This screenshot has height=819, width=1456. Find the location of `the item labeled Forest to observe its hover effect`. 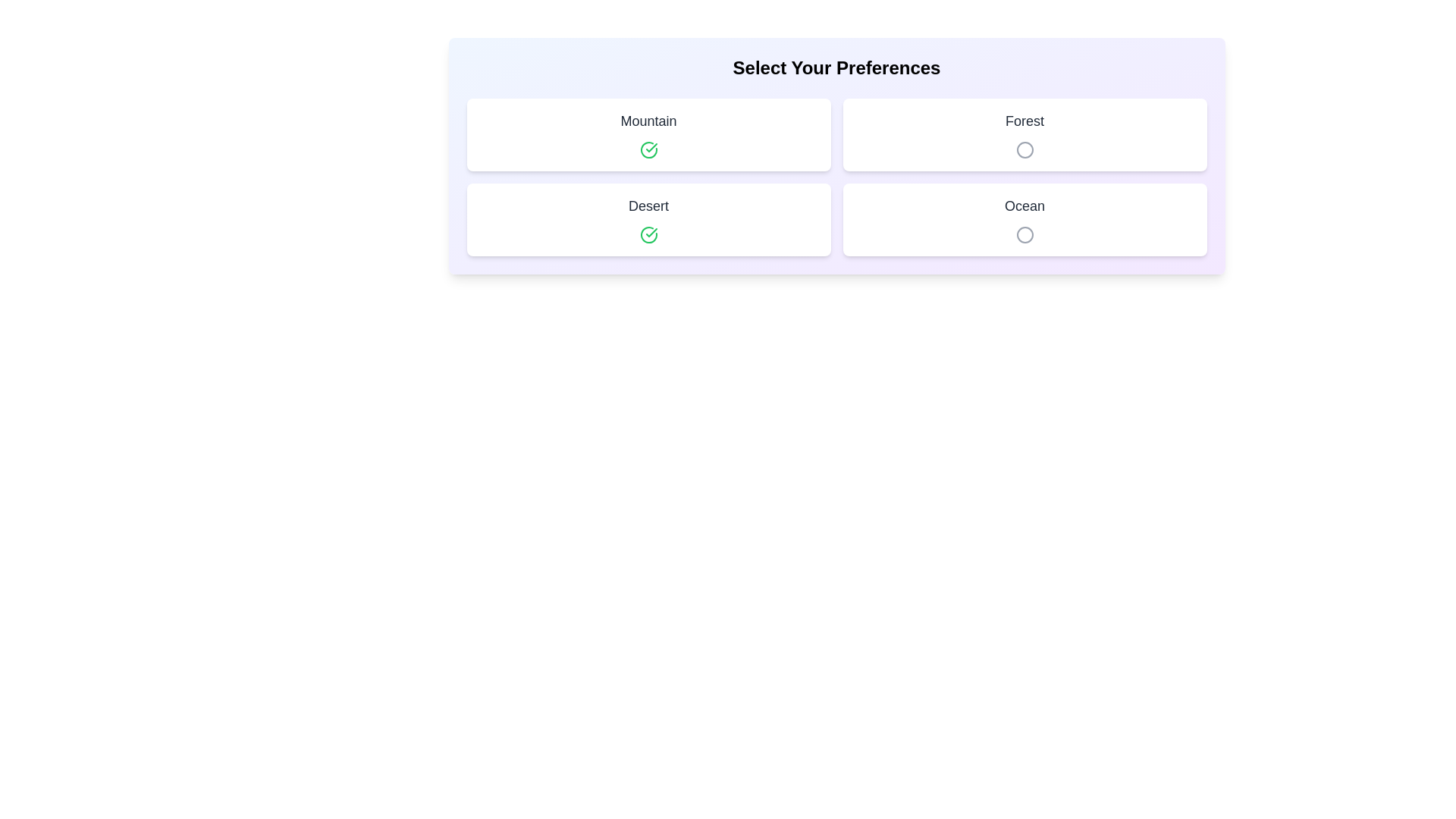

the item labeled Forest to observe its hover effect is located at coordinates (1025, 133).